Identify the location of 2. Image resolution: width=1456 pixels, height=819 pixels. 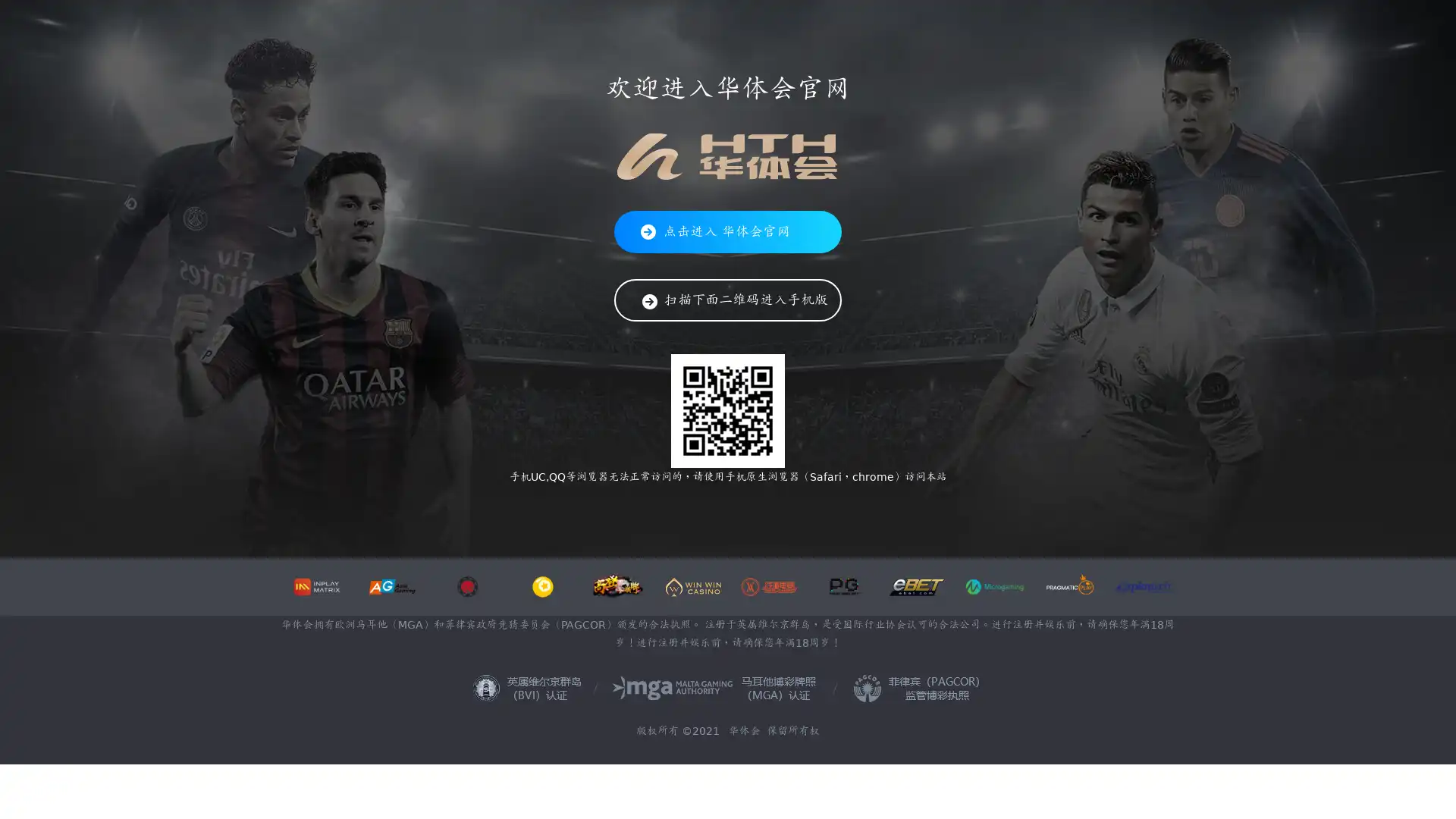
(580, 505).